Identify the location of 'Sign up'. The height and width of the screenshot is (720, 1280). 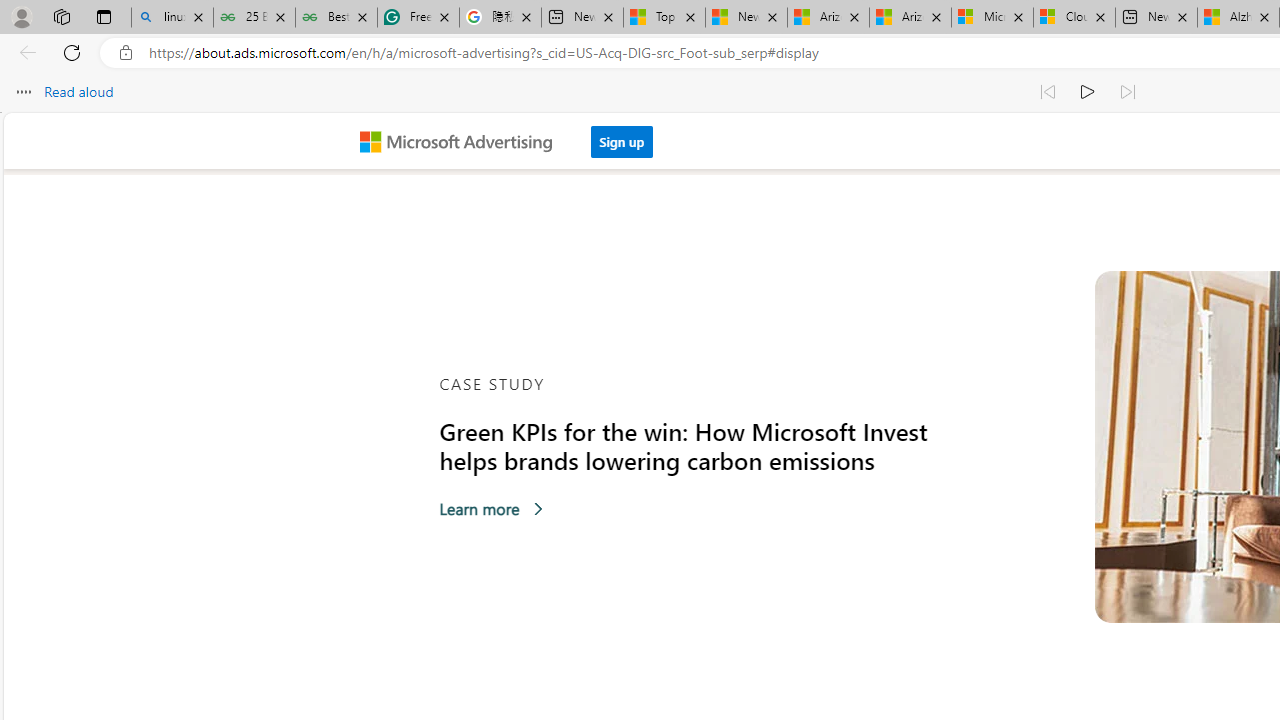
(621, 135).